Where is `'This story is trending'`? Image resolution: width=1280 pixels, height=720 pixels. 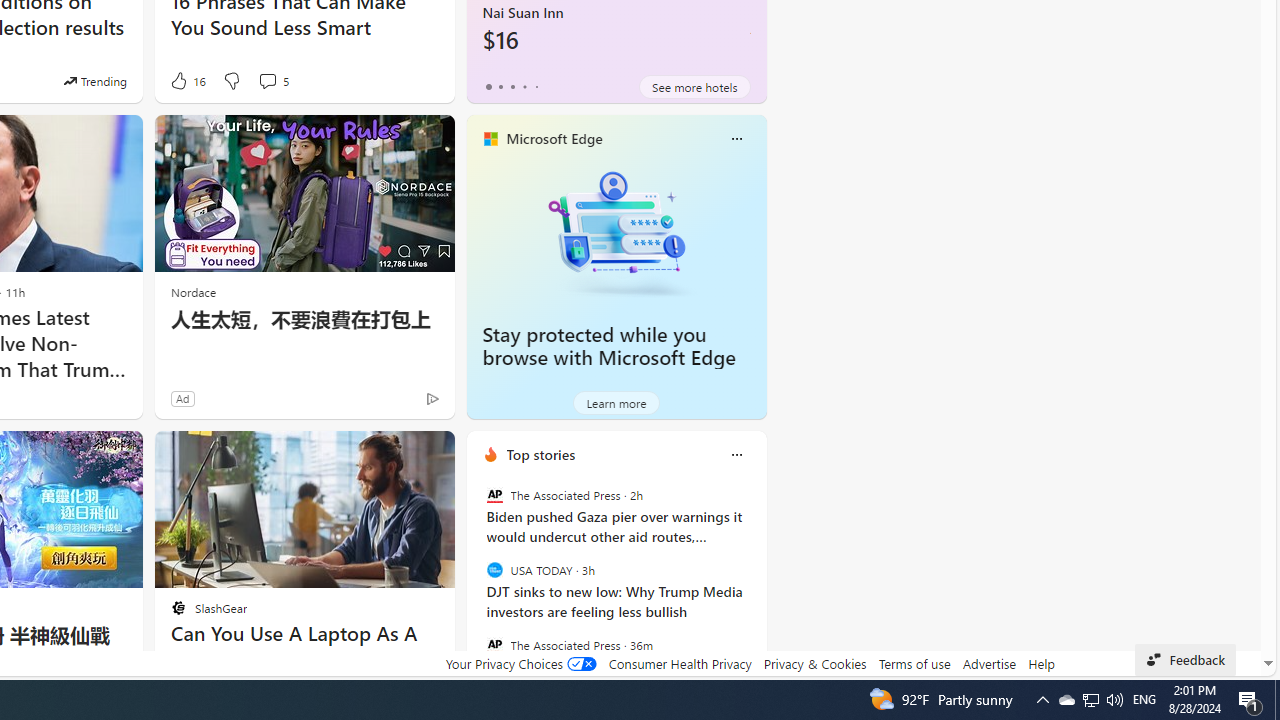
'This story is trending' is located at coordinates (94, 80).